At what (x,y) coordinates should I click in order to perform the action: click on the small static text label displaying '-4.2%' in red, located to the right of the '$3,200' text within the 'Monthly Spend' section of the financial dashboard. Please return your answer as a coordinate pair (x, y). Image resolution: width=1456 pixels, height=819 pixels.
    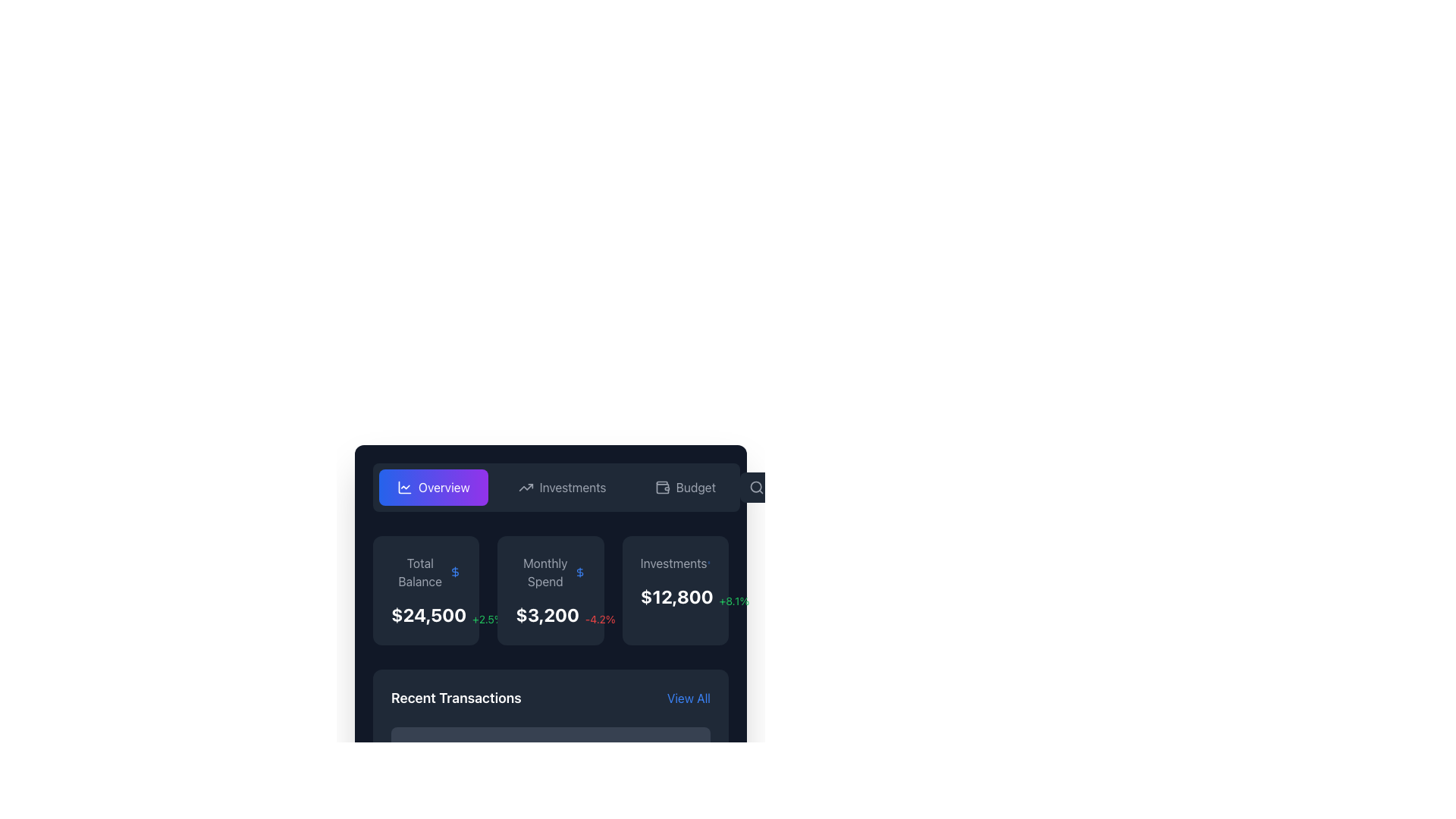
    Looking at the image, I should click on (599, 620).